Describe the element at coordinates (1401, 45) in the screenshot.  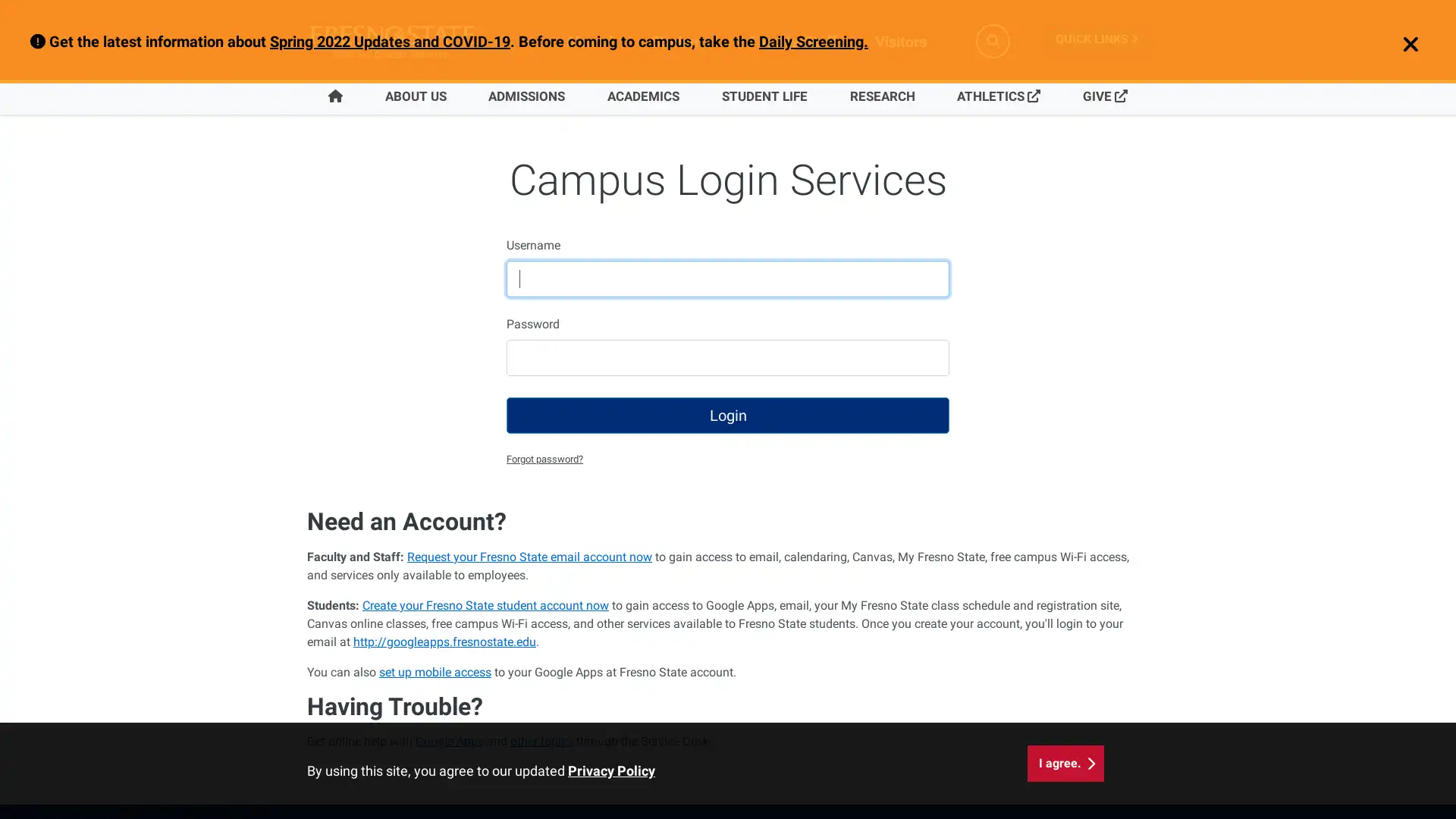
I see `Close` at that location.